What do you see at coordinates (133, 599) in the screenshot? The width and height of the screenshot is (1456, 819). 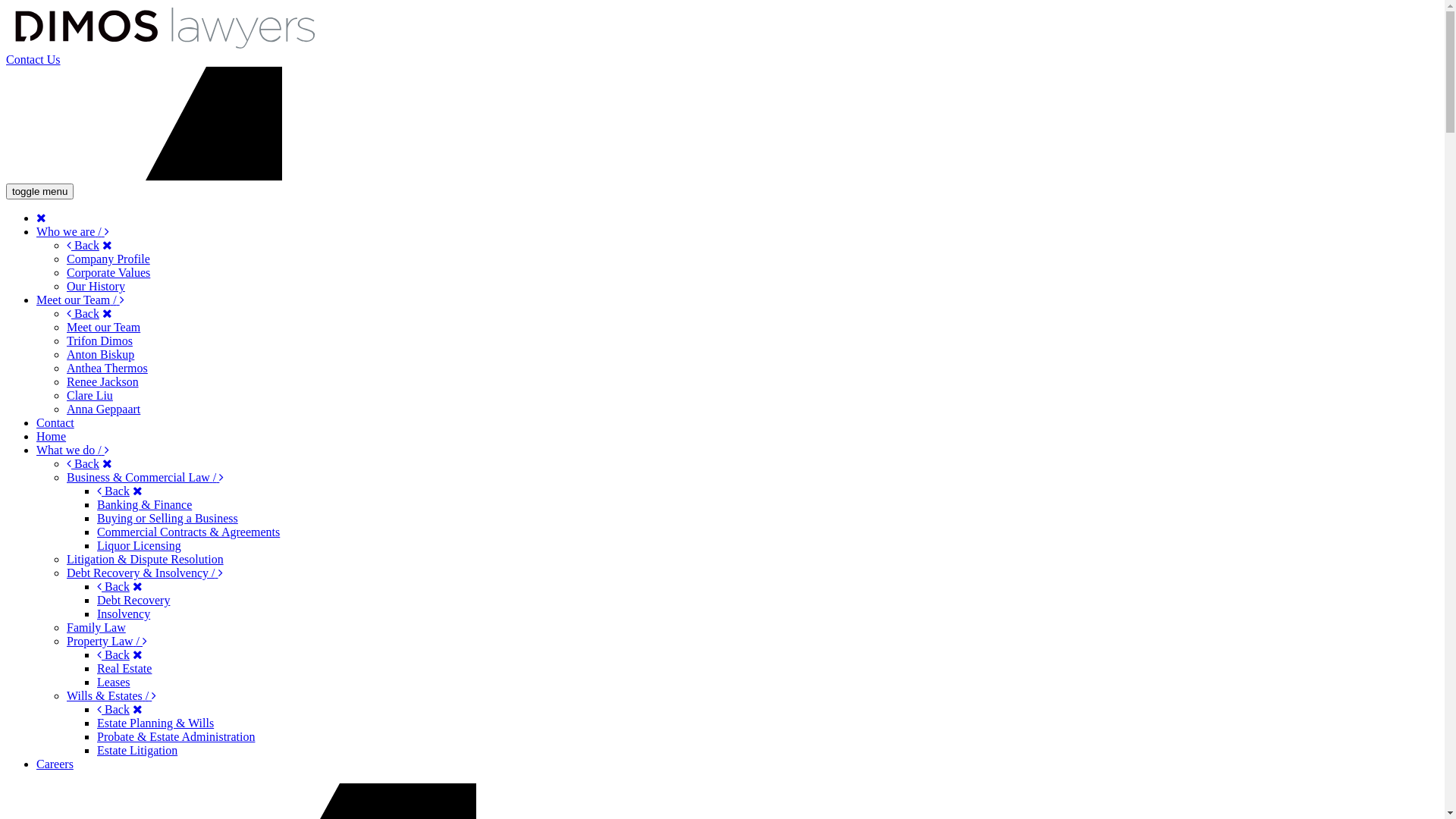 I see `'Debt Recovery'` at bounding box center [133, 599].